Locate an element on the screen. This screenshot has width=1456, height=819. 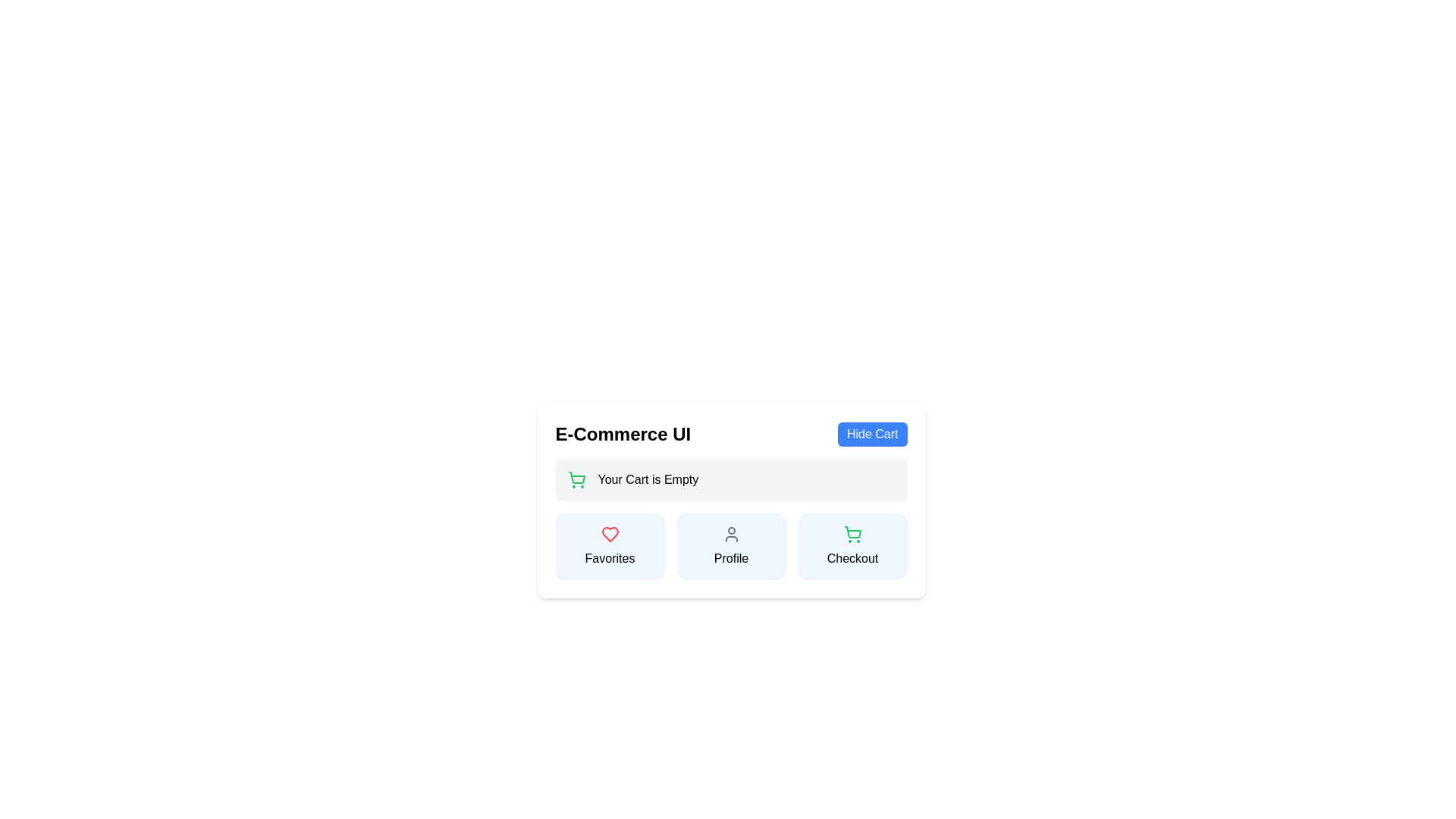
the leftmost button in a grid layout that navigates to the 'Favorites' page or section is located at coordinates (610, 547).